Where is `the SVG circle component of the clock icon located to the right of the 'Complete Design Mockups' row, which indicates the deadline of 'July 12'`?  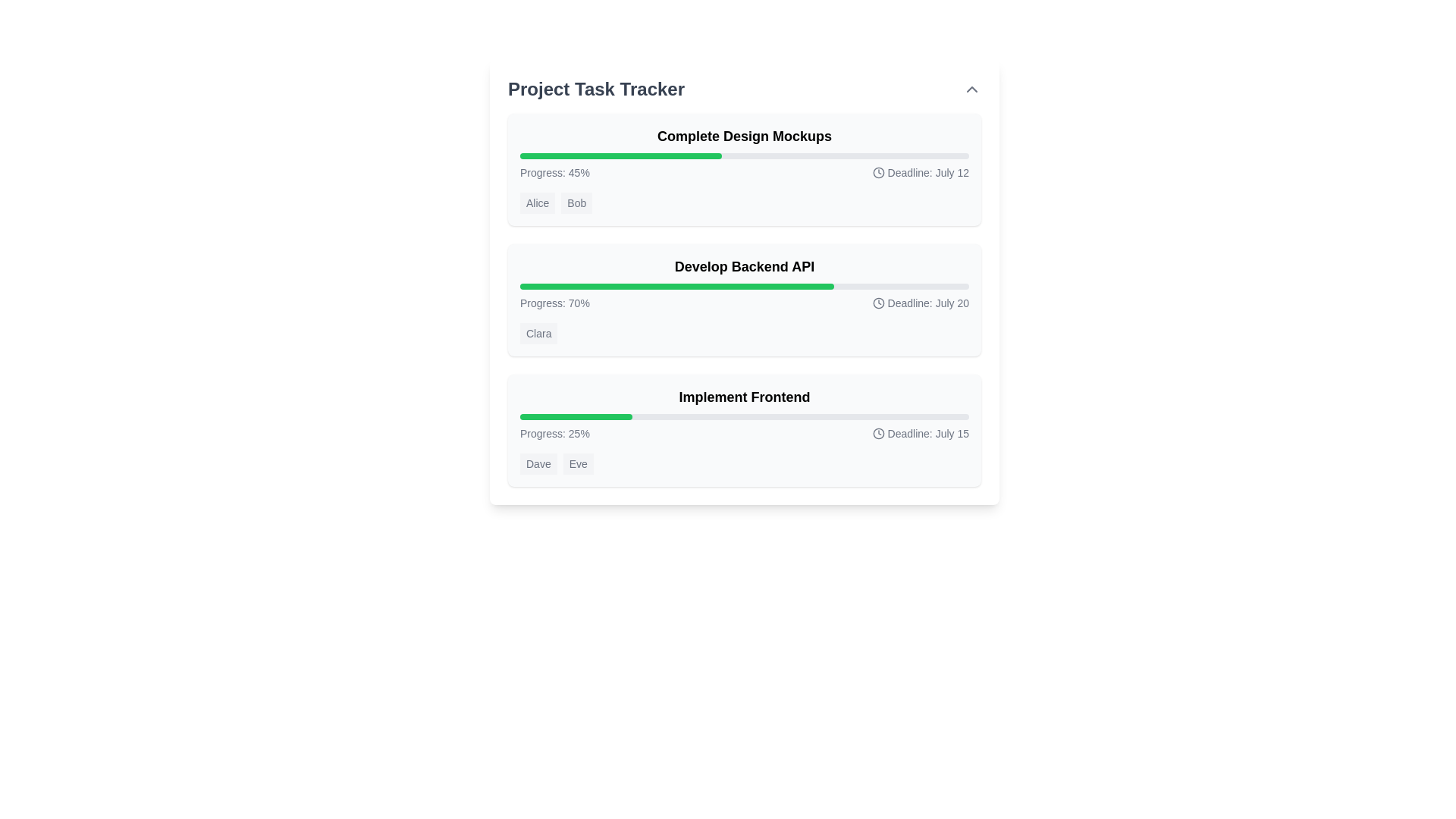 the SVG circle component of the clock icon located to the right of the 'Complete Design Mockups' row, which indicates the deadline of 'July 12' is located at coordinates (878, 171).